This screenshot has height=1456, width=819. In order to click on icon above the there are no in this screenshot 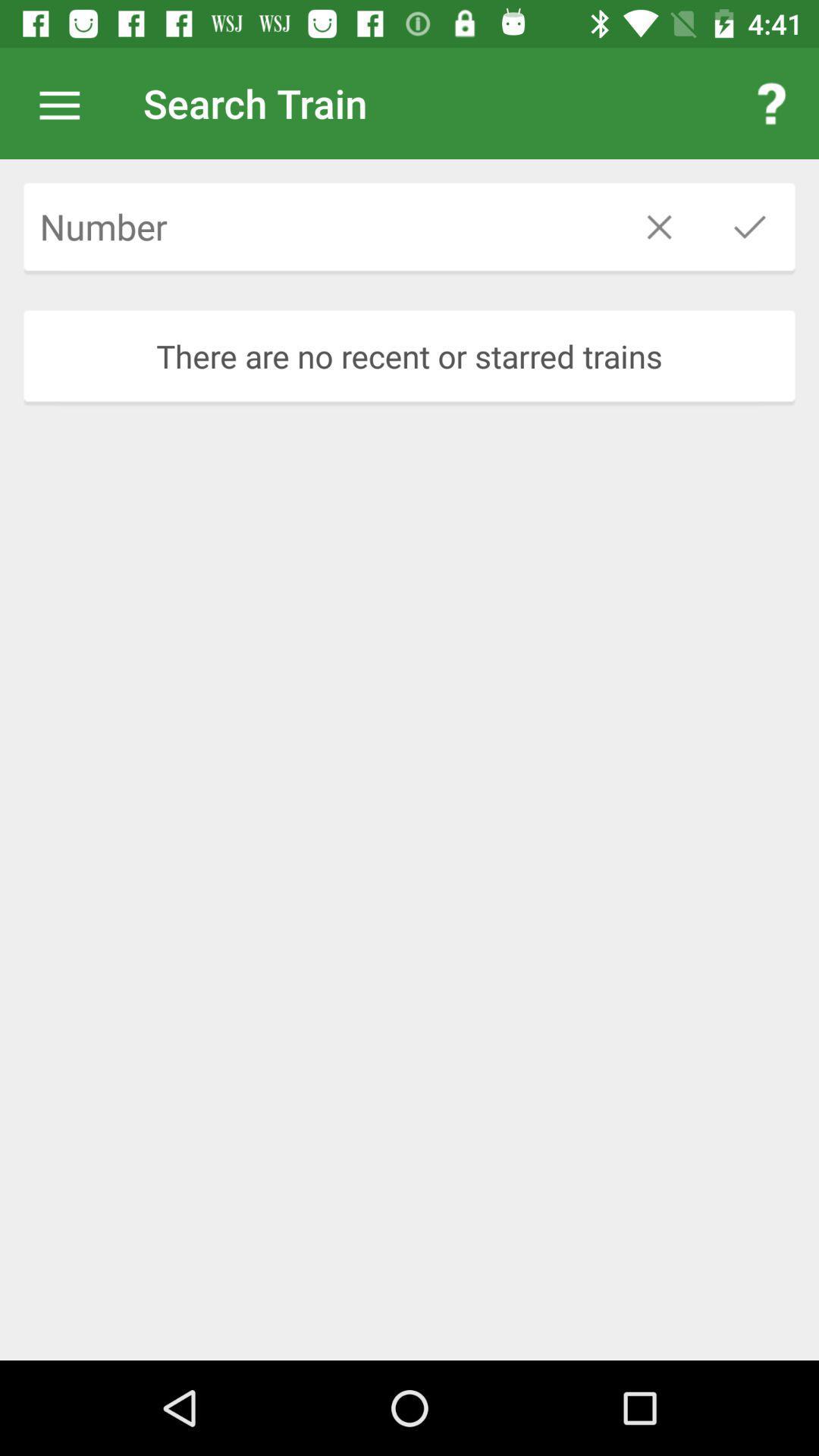, I will do `click(409, 221)`.